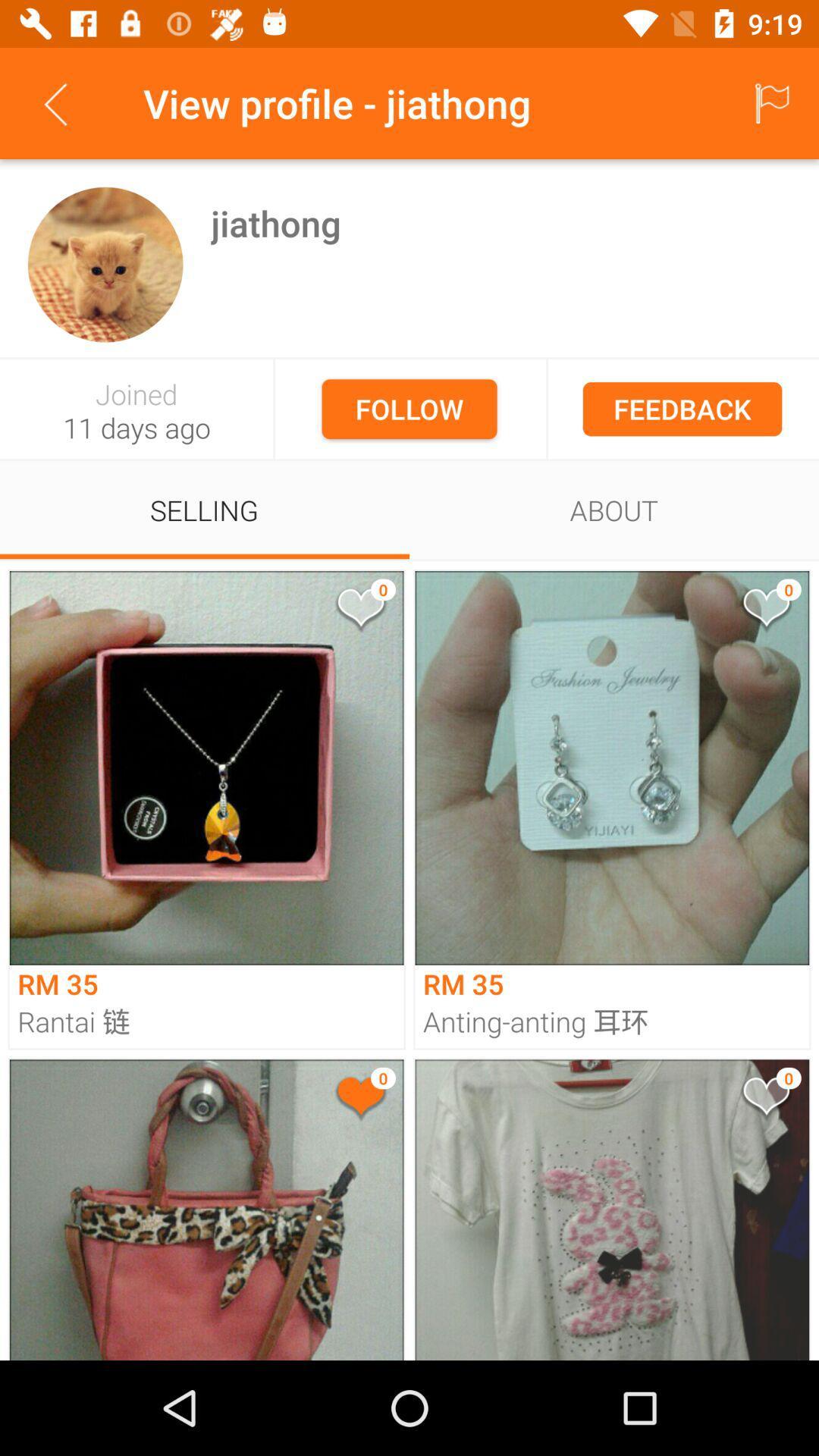 The height and width of the screenshot is (1456, 819). What do you see at coordinates (359, 1099) in the screenshot?
I see `like item` at bounding box center [359, 1099].